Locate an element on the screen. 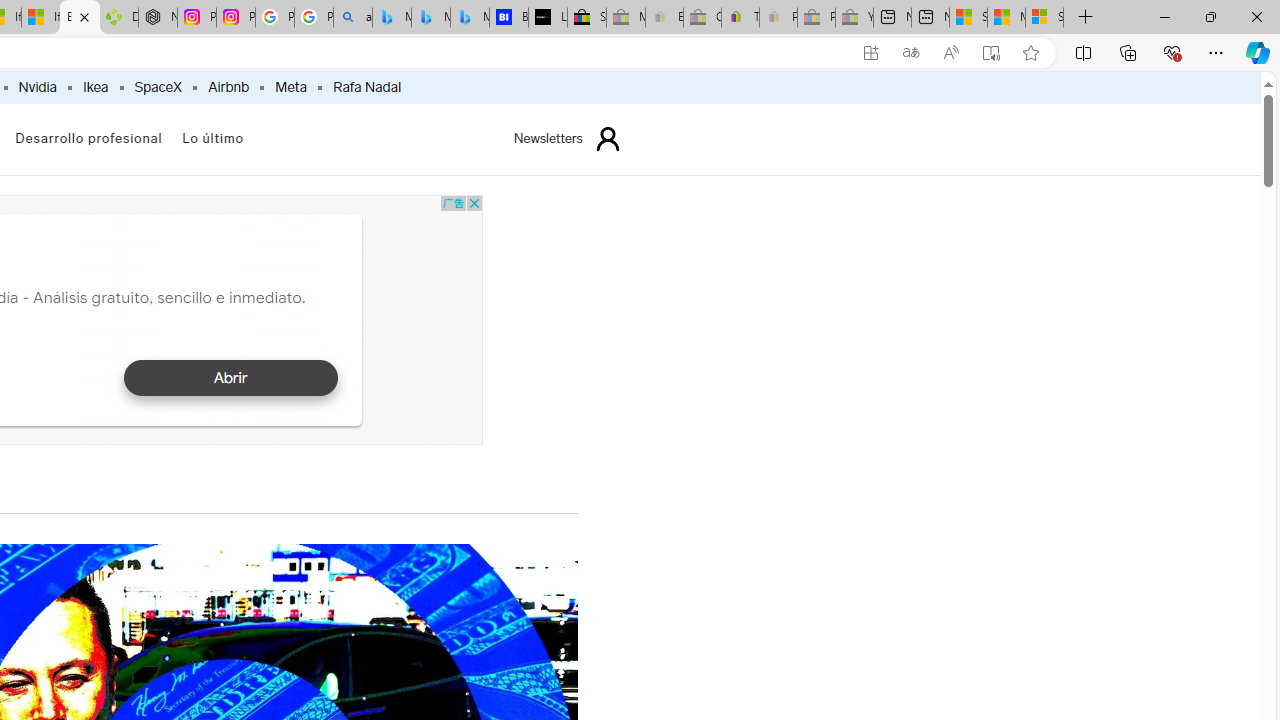 Image resolution: width=1280 pixels, height=720 pixels. 'Microsoft Bing Travel - Flights from Hong Kong to Bangkok' is located at coordinates (391, 17).